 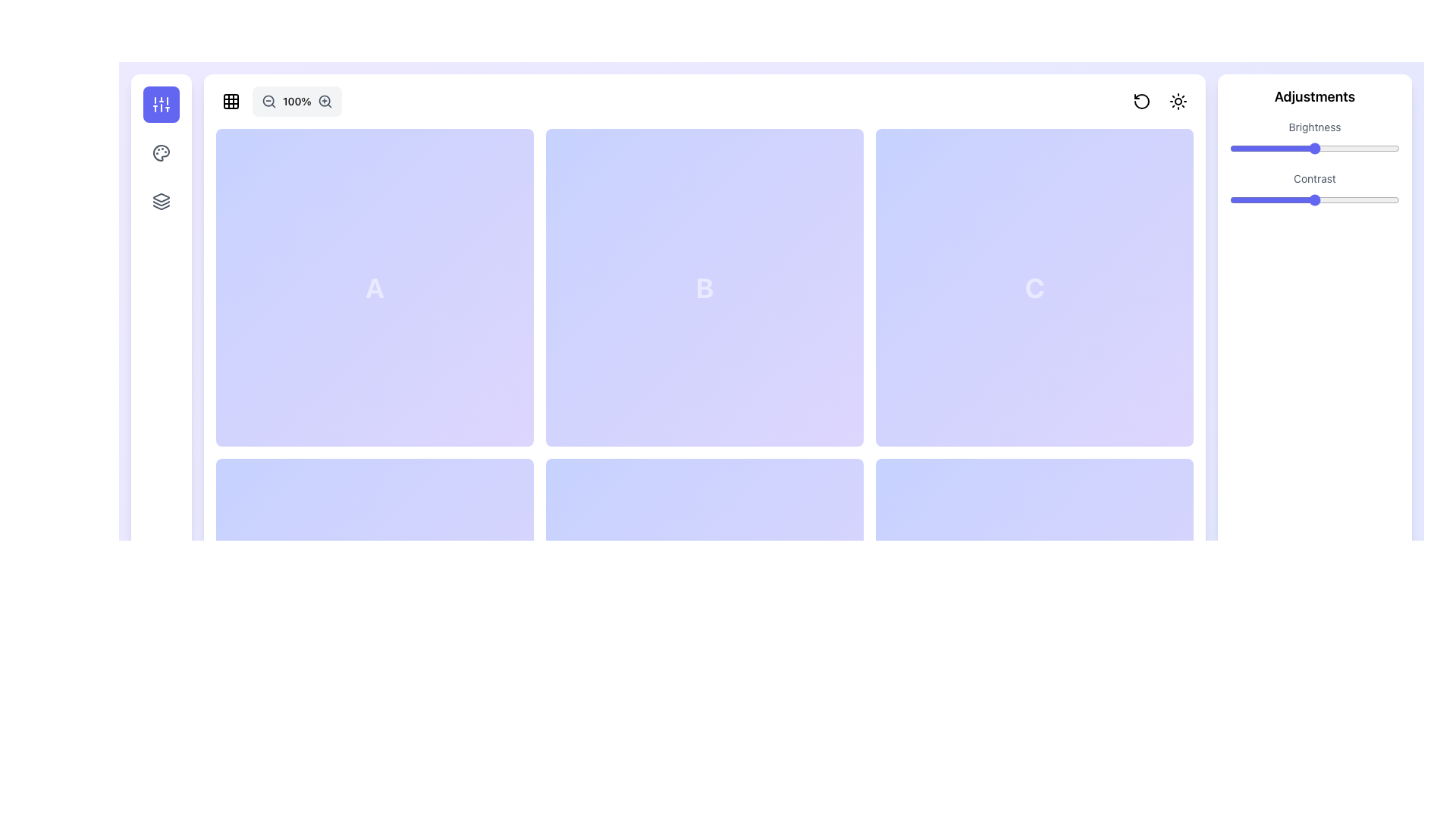 What do you see at coordinates (1313, 165) in the screenshot?
I see `the Control Panel with Sliders located in the Adjustments panel` at bounding box center [1313, 165].